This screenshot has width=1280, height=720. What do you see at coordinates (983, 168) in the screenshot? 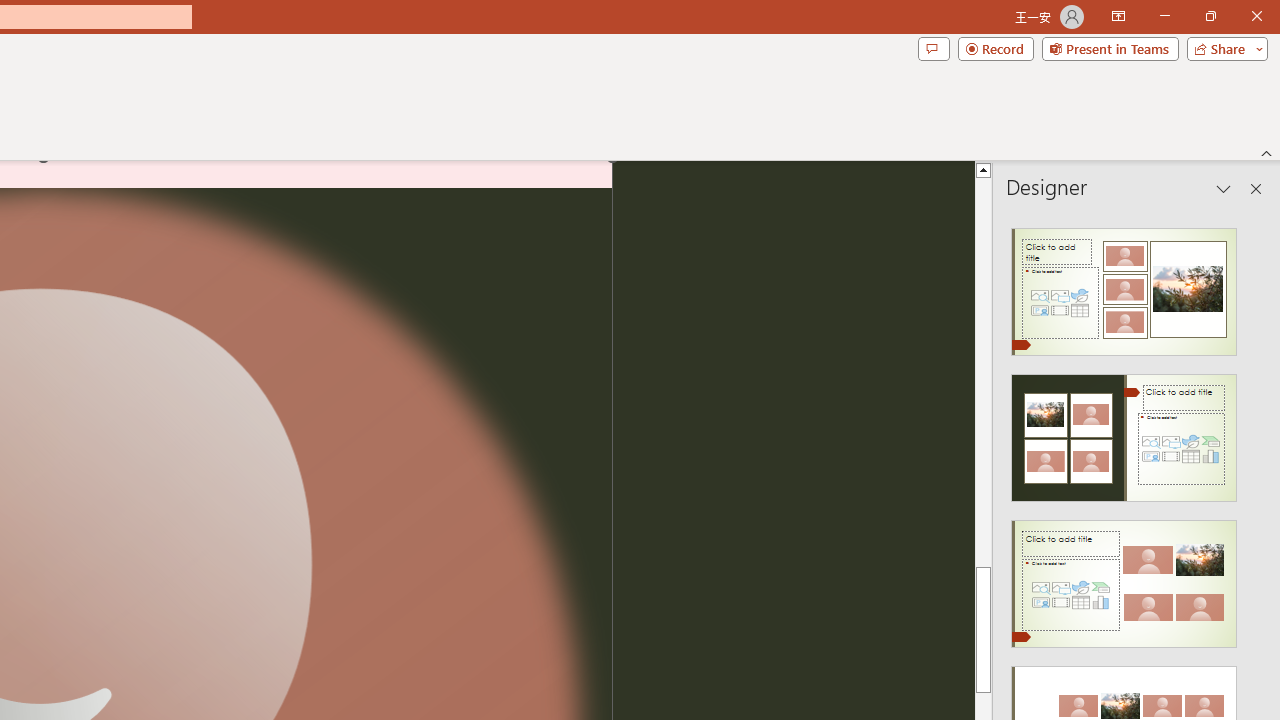
I see `'Line up'` at bounding box center [983, 168].